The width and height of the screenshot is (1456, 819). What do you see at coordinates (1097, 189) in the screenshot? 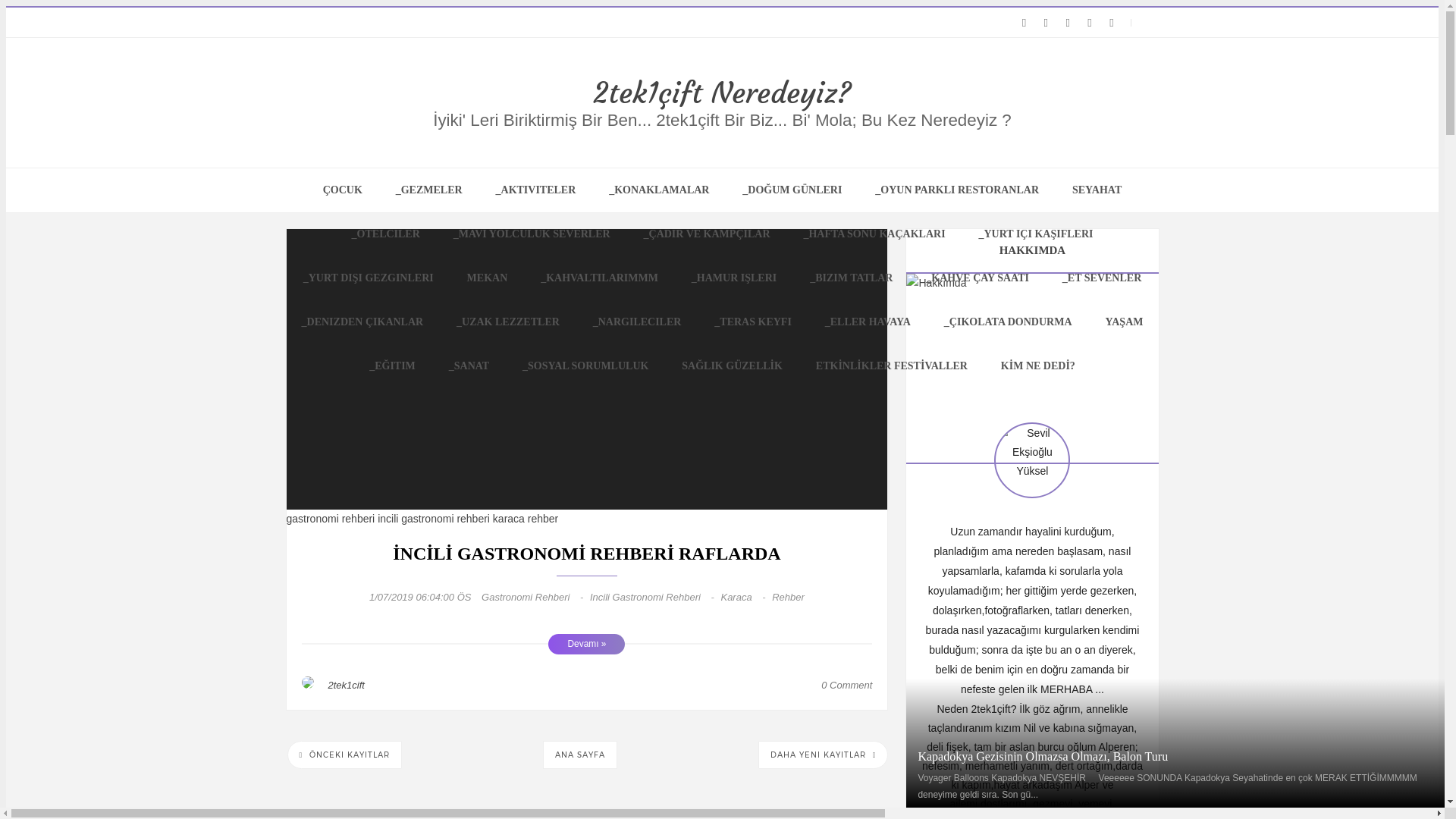
I see `'SEYAHAT'` at bounding box center [1097, 189].